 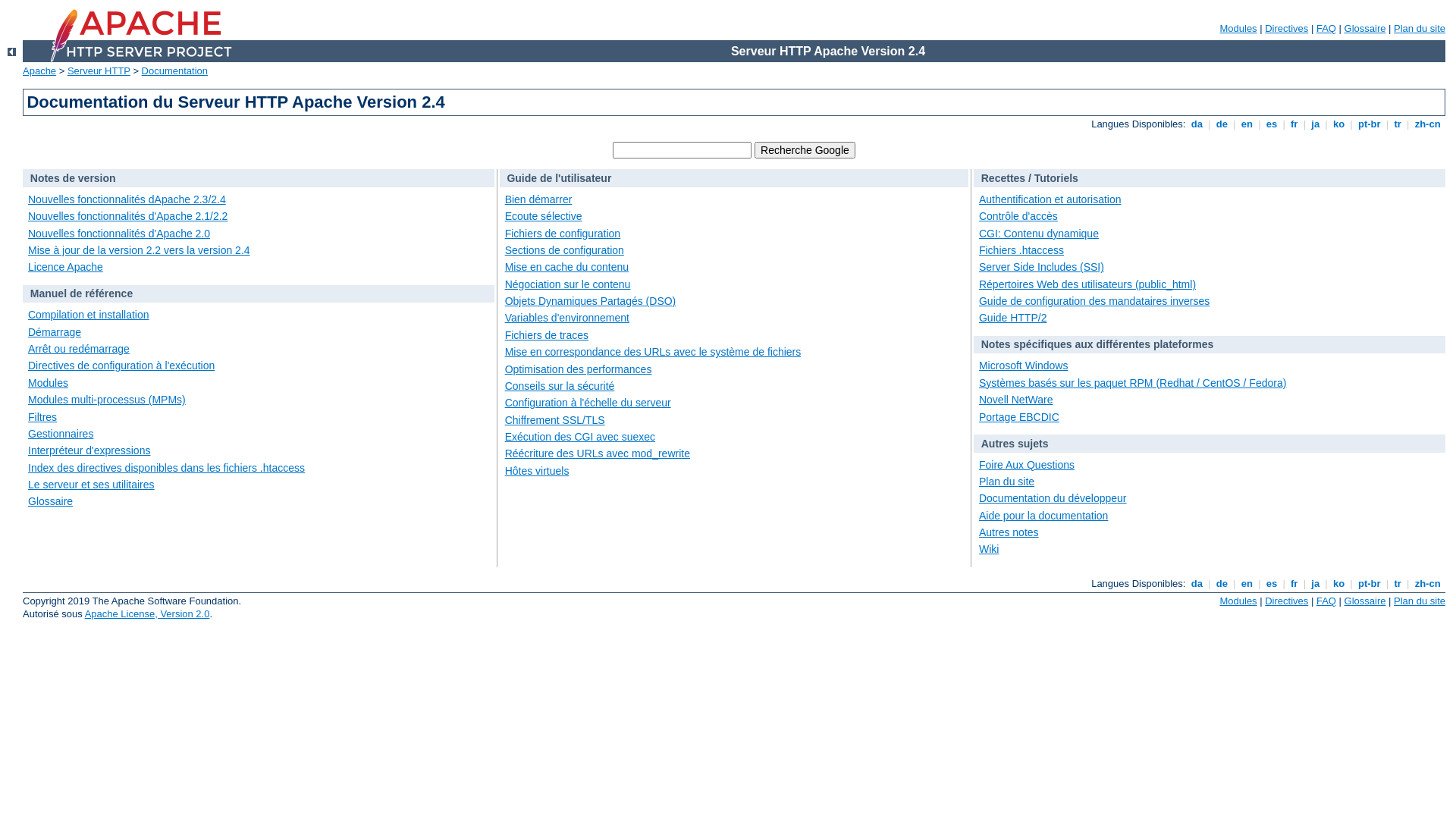 I want to click on 'Guide HTTP/2', so click(x=1012, y=317).